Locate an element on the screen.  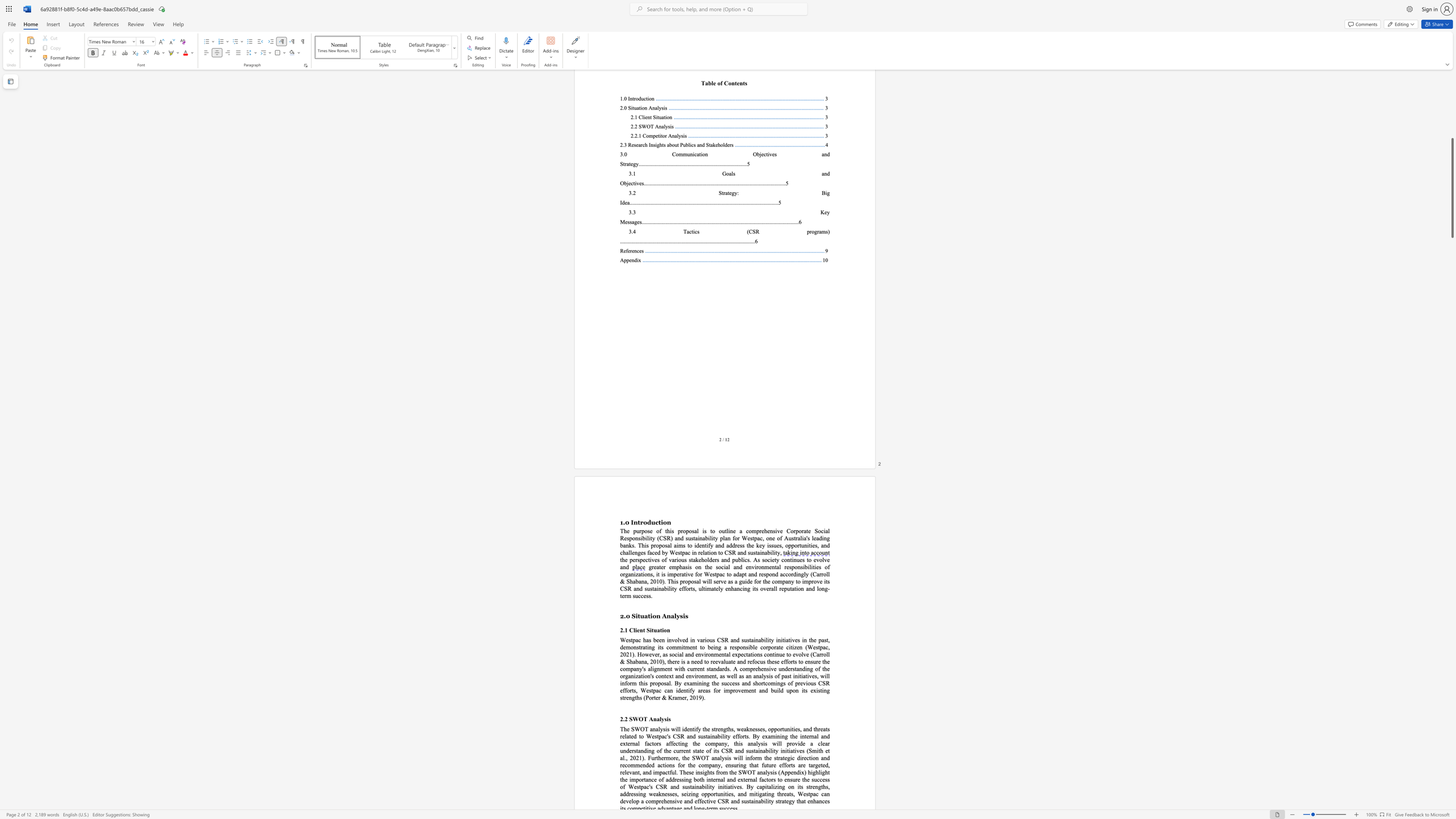
the subset text "apt and respond accordingly (Carroll & Shabana, 2010). This proposal will serve as a guide for the company to improve its CSR and sustainabi" within the text "greater emphasis on the social and environmental responsibilities of organizations, it is imperative for Westpac to adapt and respond accordingly (Carroll & Shabana, 2010). This proposal will serve as a guide for the company to improve its CSR and sustainability efforts," is located at coordinates (739, 573).